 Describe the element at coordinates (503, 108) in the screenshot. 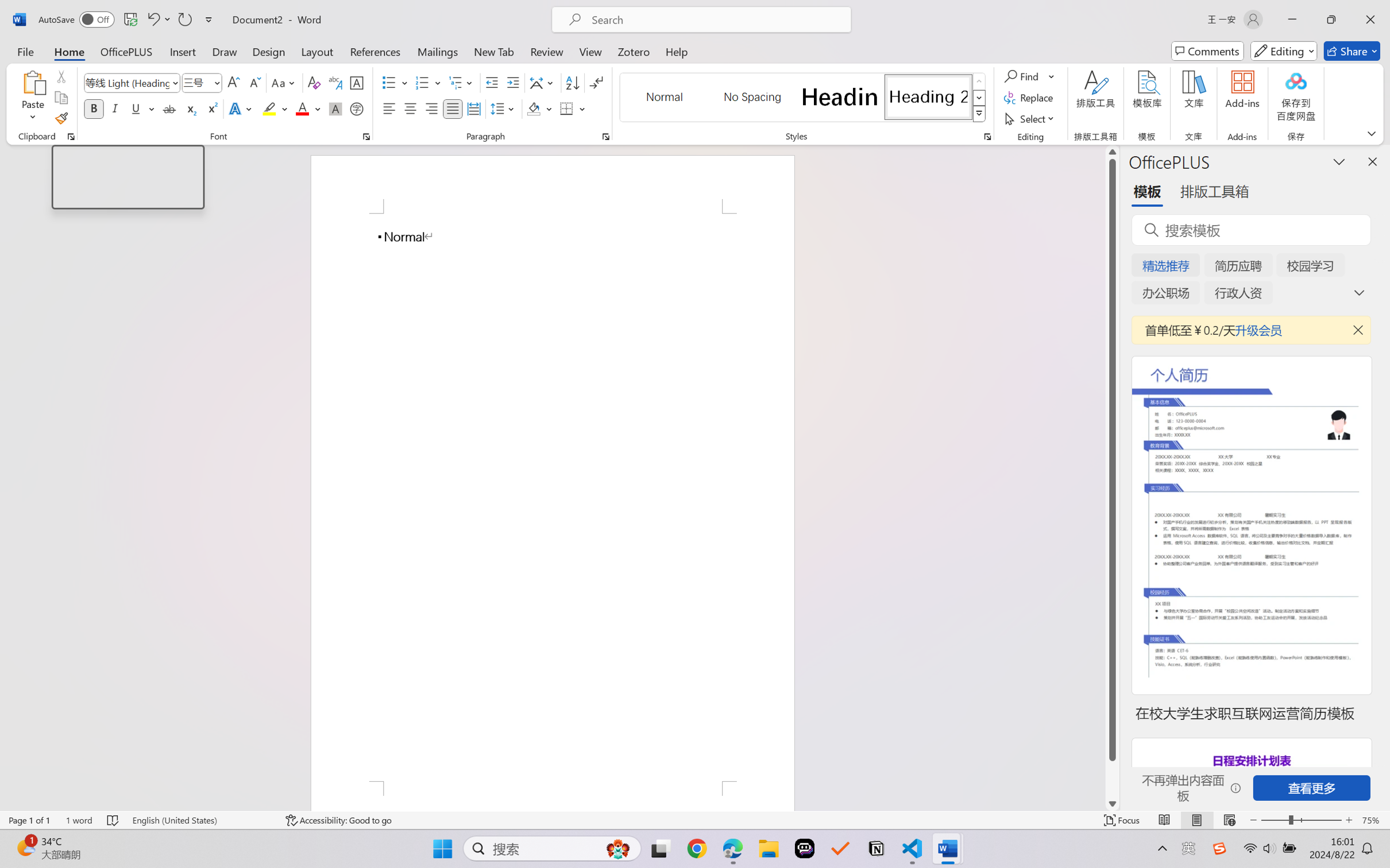

I see `'Line and Paragraph Spacing'` at that location.